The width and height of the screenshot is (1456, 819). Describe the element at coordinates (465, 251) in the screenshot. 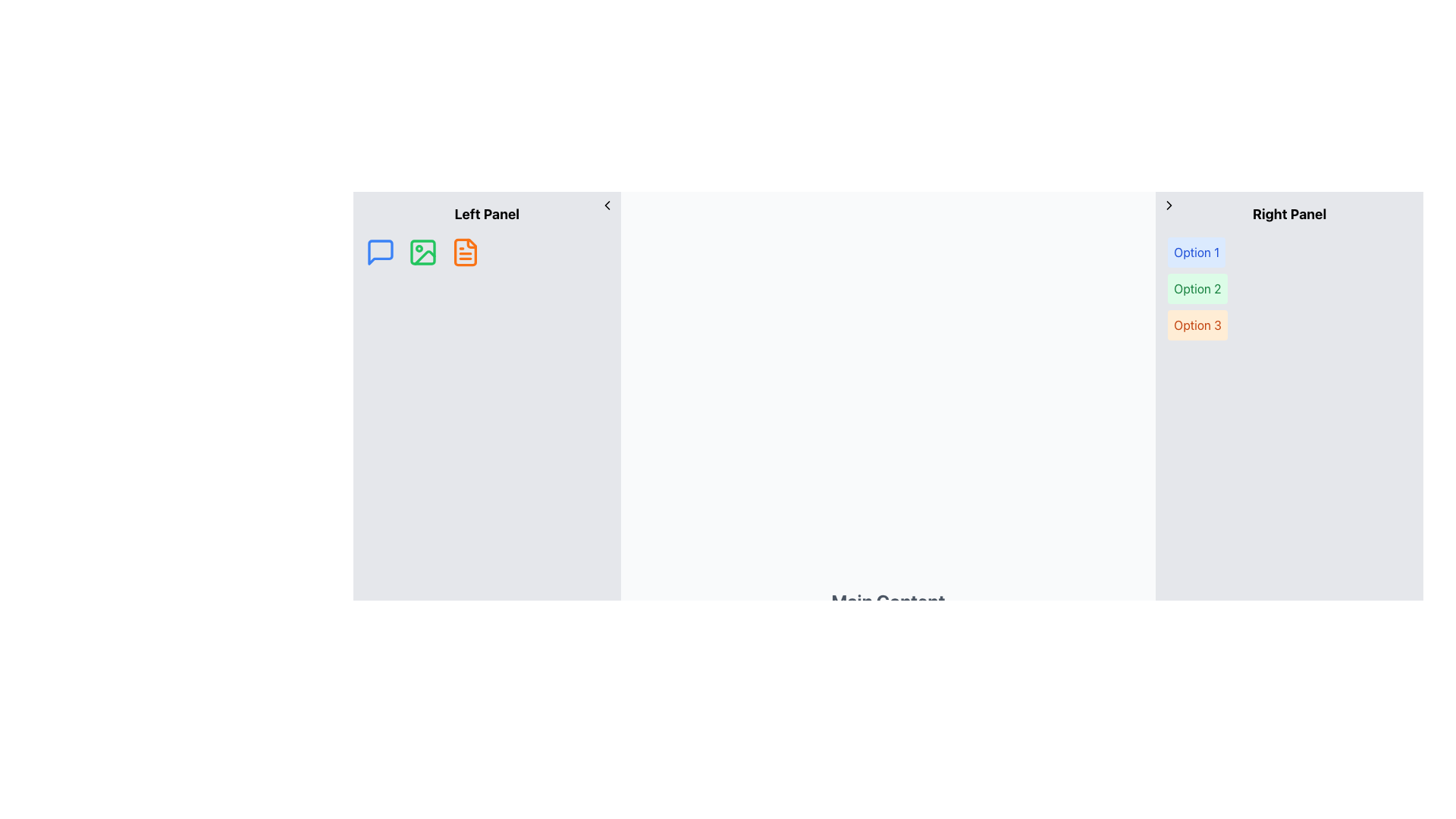

I see `the third graphical icon in the left panel, which represents a file-related feature` at that location.